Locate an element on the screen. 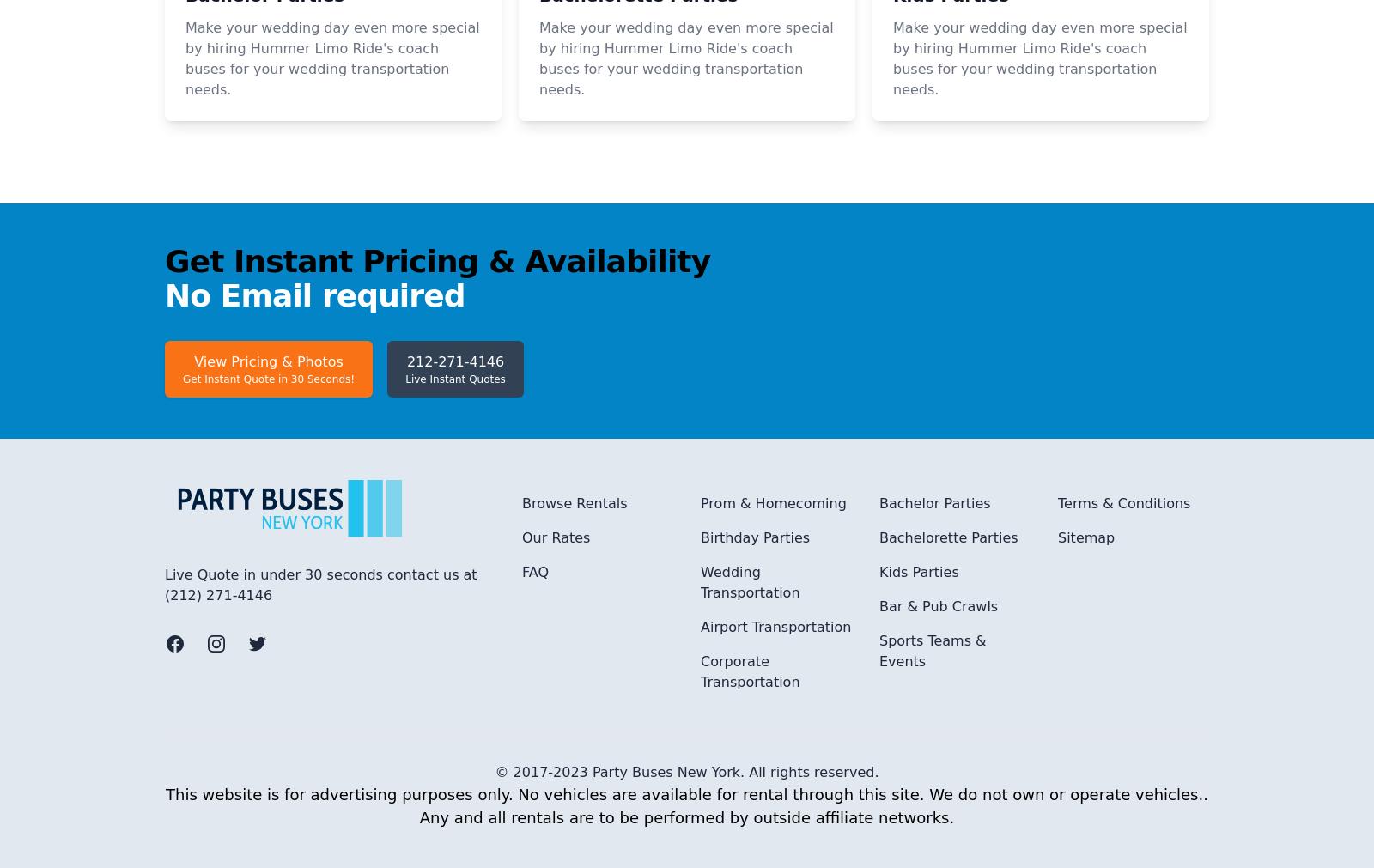  'Live Instant Quotes' is located at coordinates (404, 607).